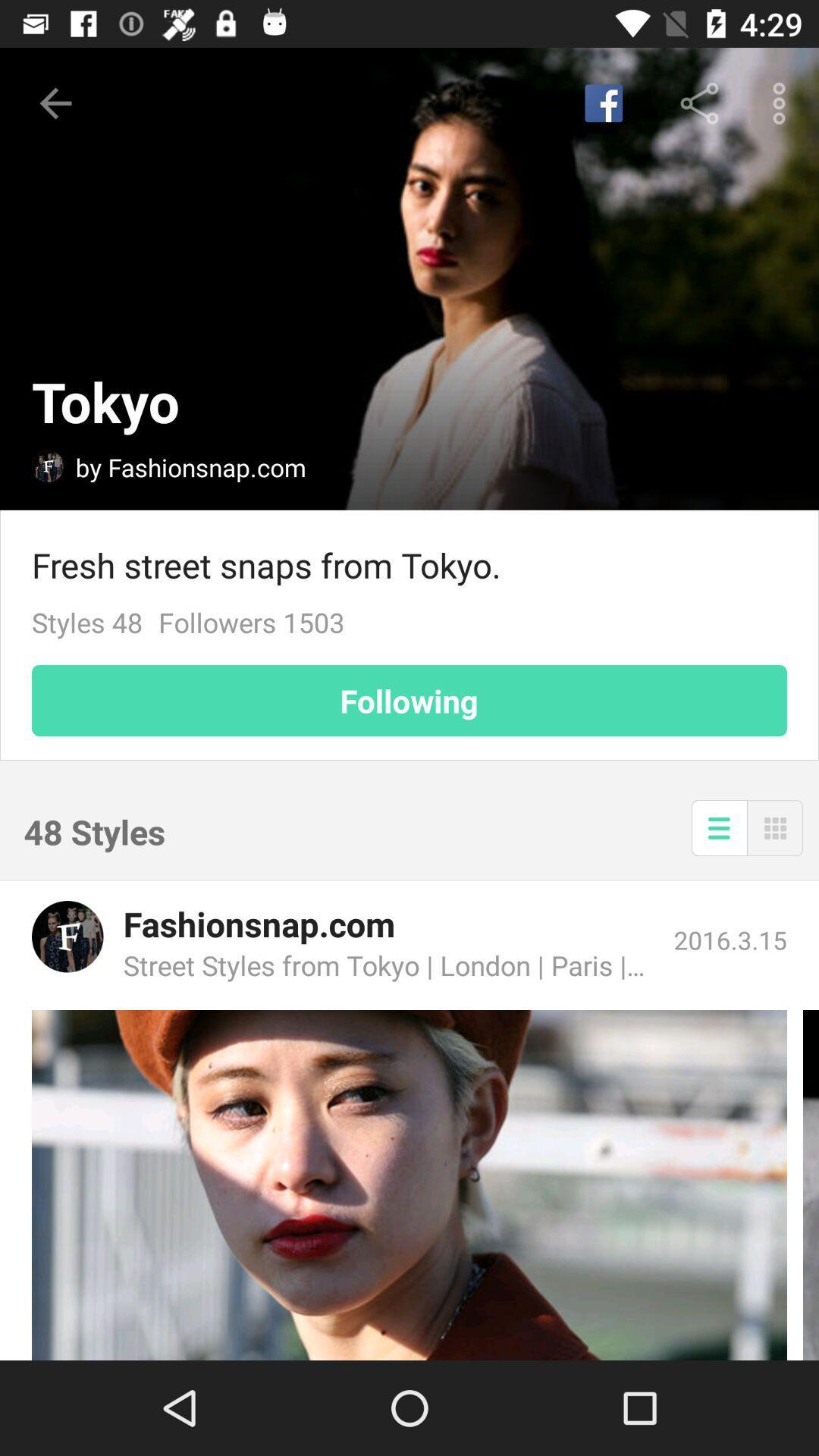 The width and height of the screenshot is (819, 1456). I want to click on the icon next to 48 styles icon, so click(718, 827).